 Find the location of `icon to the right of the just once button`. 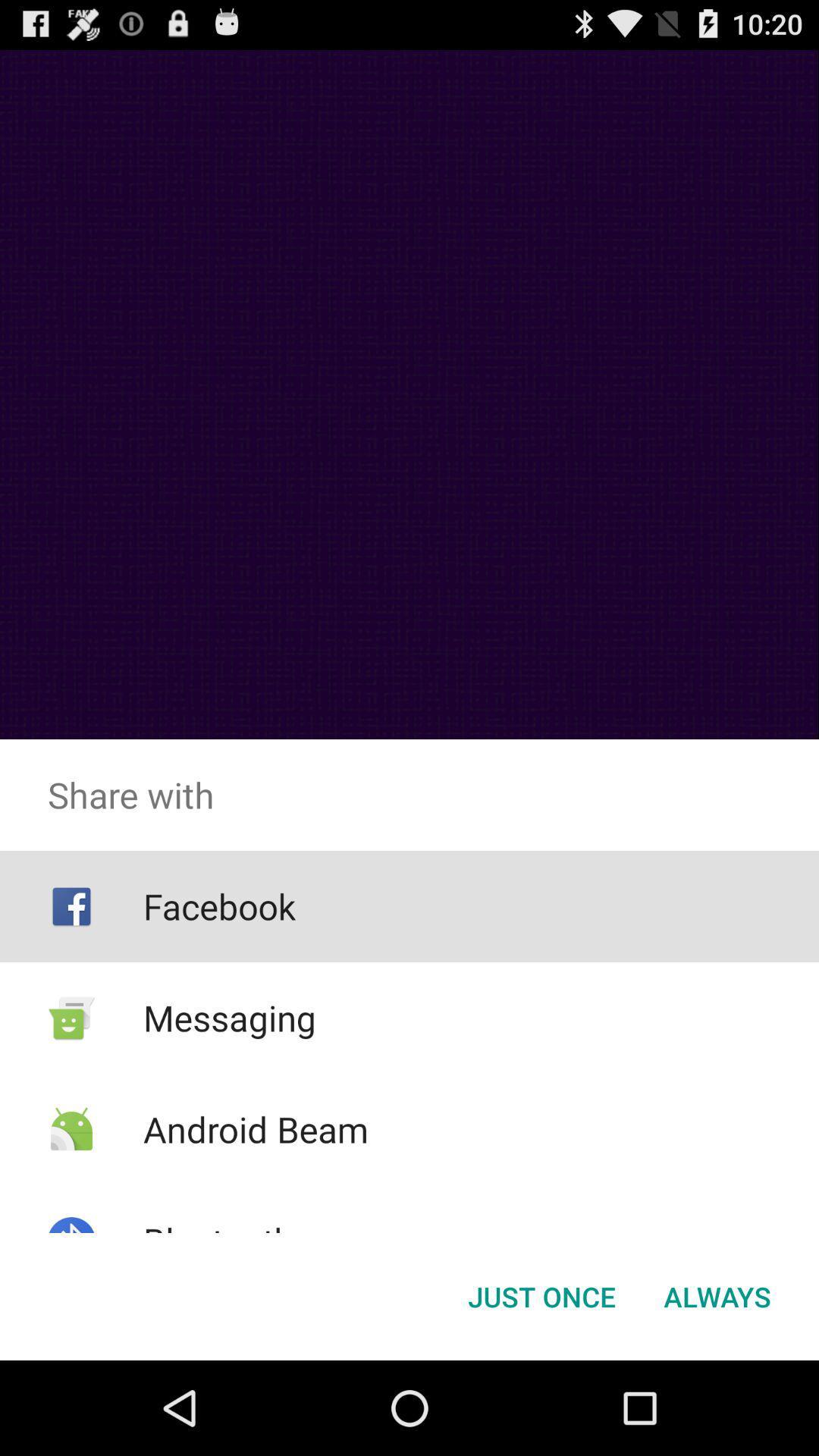

icon to the right of the just once button is located at coordinates (717, 1295).